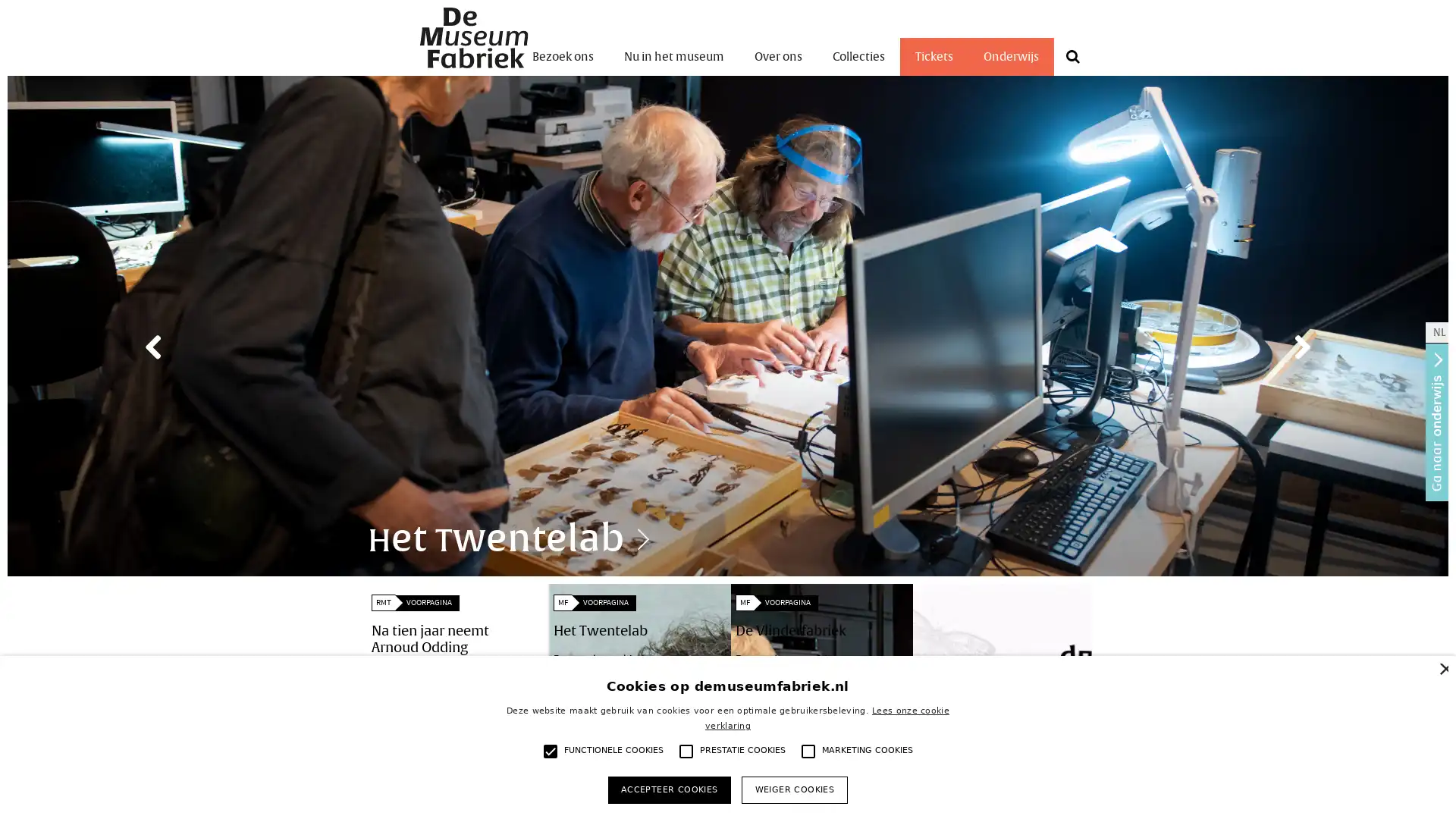 The image size is (1456, 819). I want to click on ACCEPTEER COOKIES, so click(668, 789).